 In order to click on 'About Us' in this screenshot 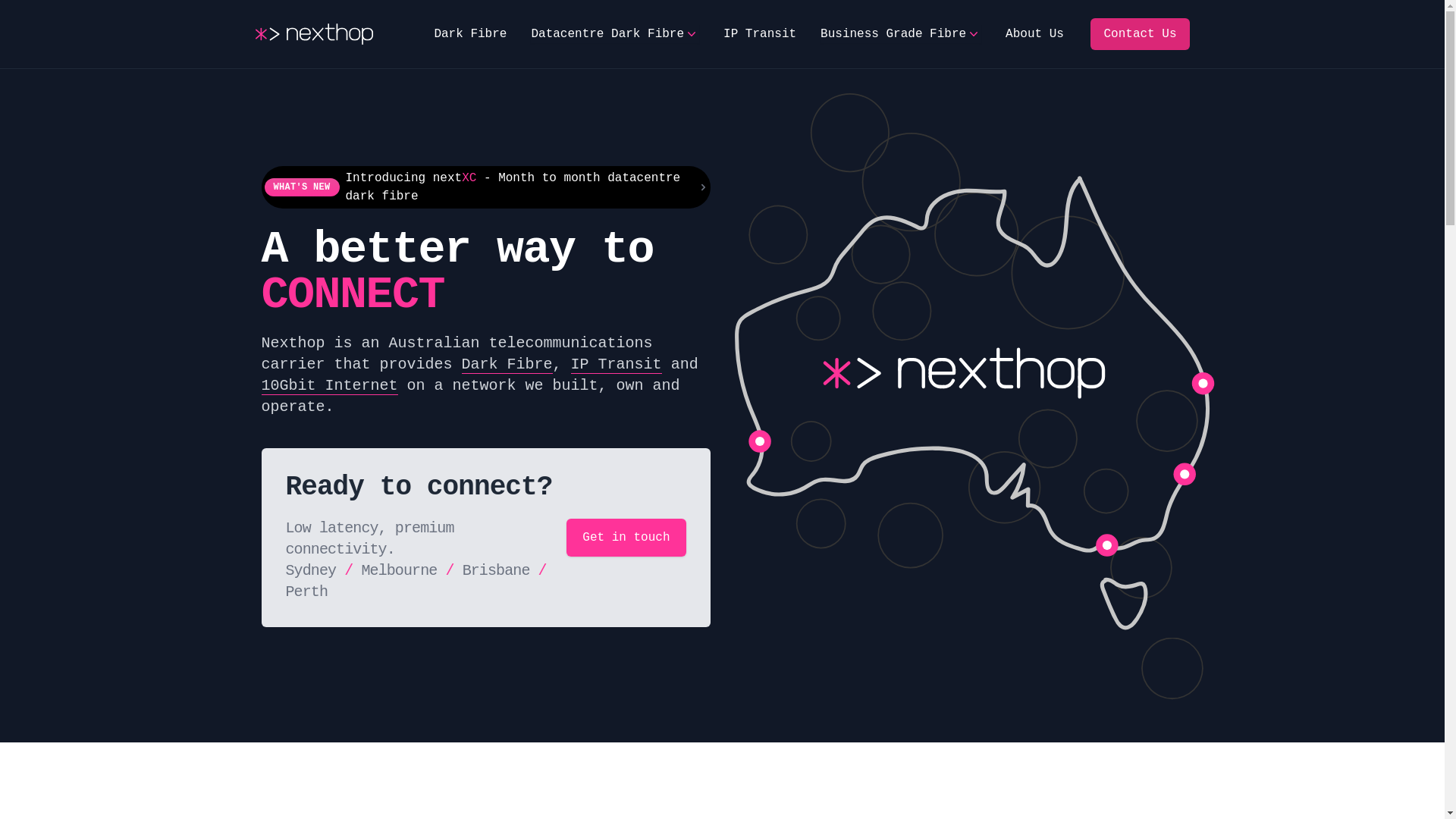, I will do `click(1005, 34)`.